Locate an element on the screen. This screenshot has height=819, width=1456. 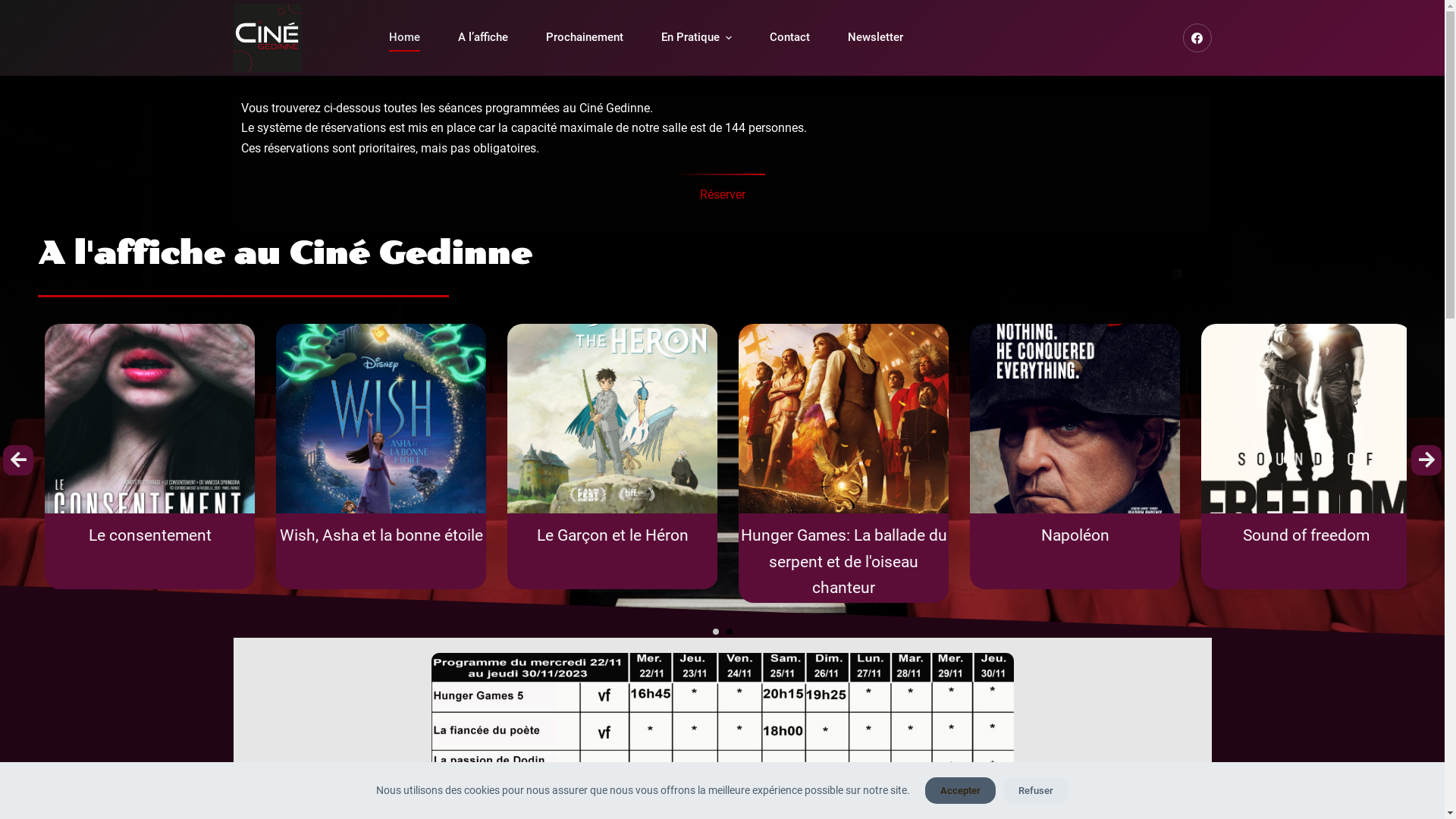
'Refuser' is located at coordinates (1003, 789).